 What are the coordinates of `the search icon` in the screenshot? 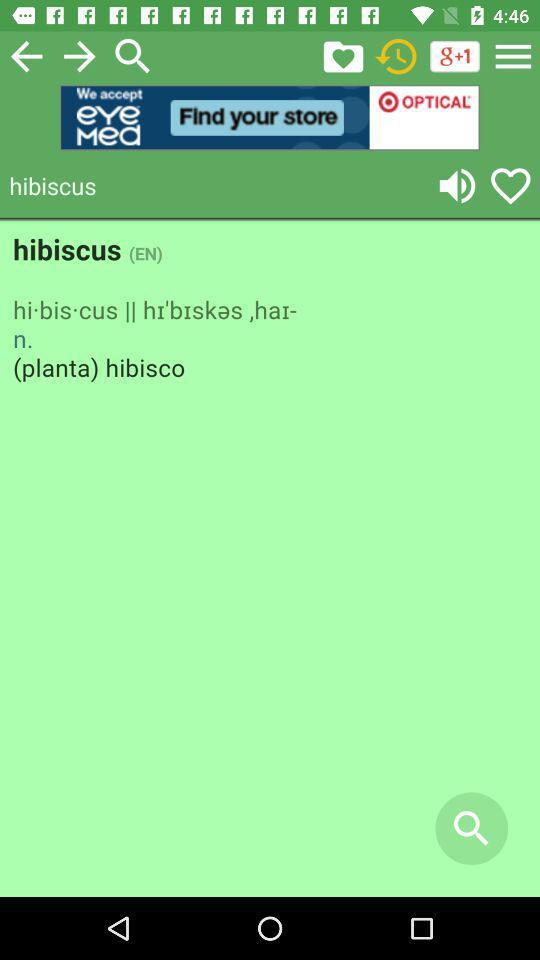 It's located at (133, 55).